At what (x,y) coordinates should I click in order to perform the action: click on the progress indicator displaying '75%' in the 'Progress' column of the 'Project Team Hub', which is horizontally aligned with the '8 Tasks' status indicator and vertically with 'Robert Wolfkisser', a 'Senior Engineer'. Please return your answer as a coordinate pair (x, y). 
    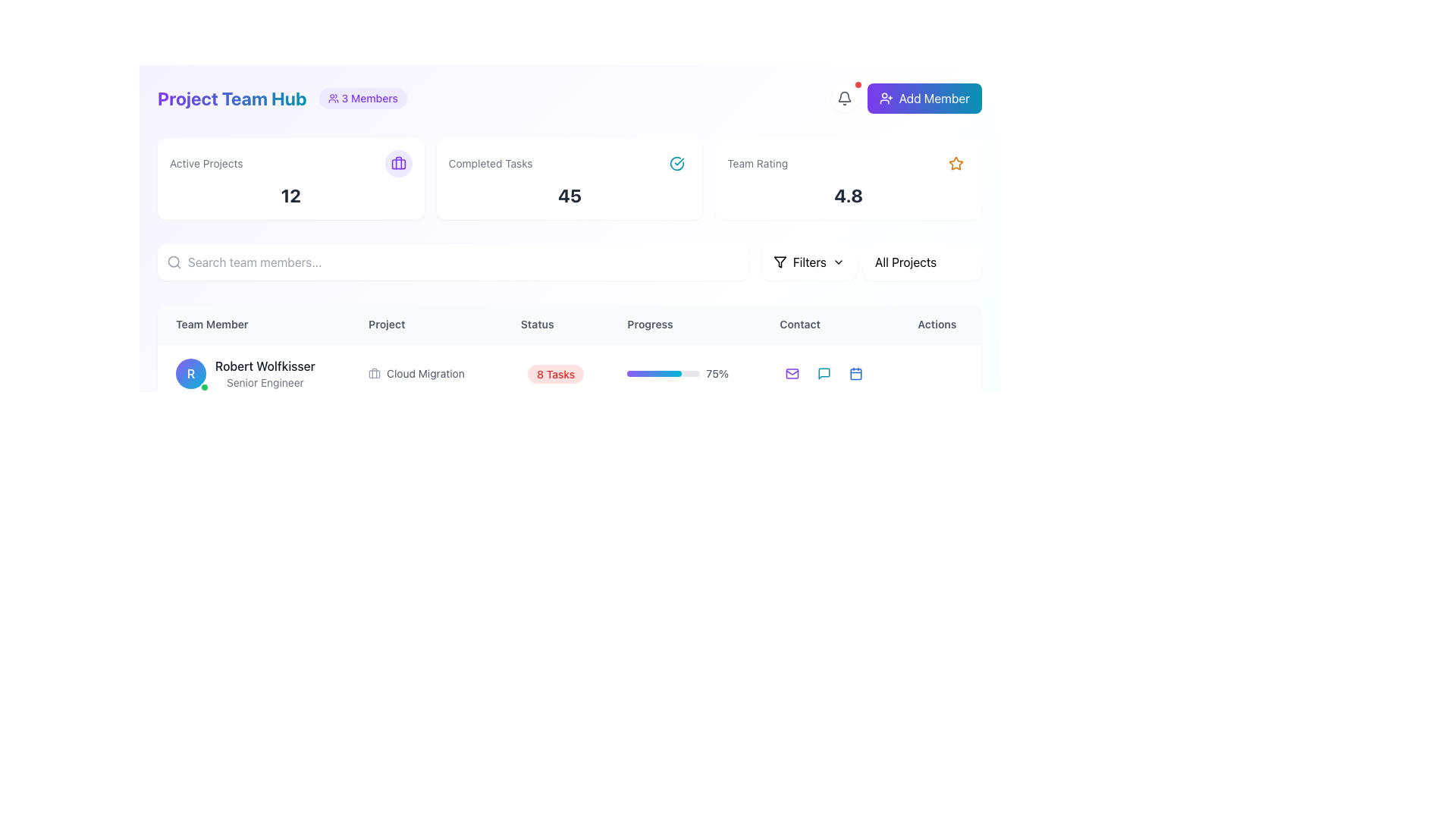
    Looking at the image, I should click on (684, 373).